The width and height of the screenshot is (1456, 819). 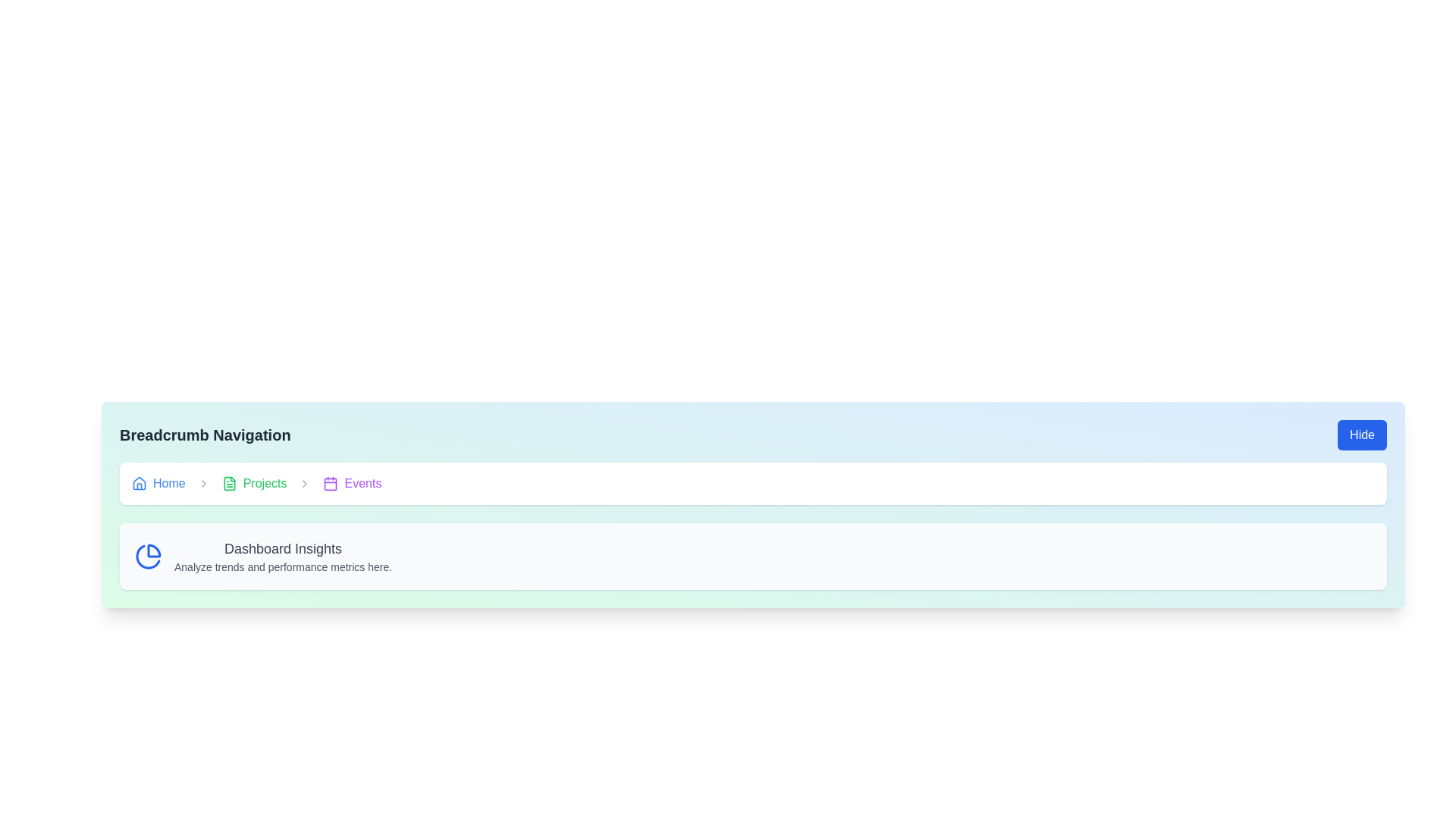 I want to click on the text label displaying 'Analyze trends and performance metrics here.' which is styled in gray and located below 'Dashboard Insights', so click(x=283, y=567).